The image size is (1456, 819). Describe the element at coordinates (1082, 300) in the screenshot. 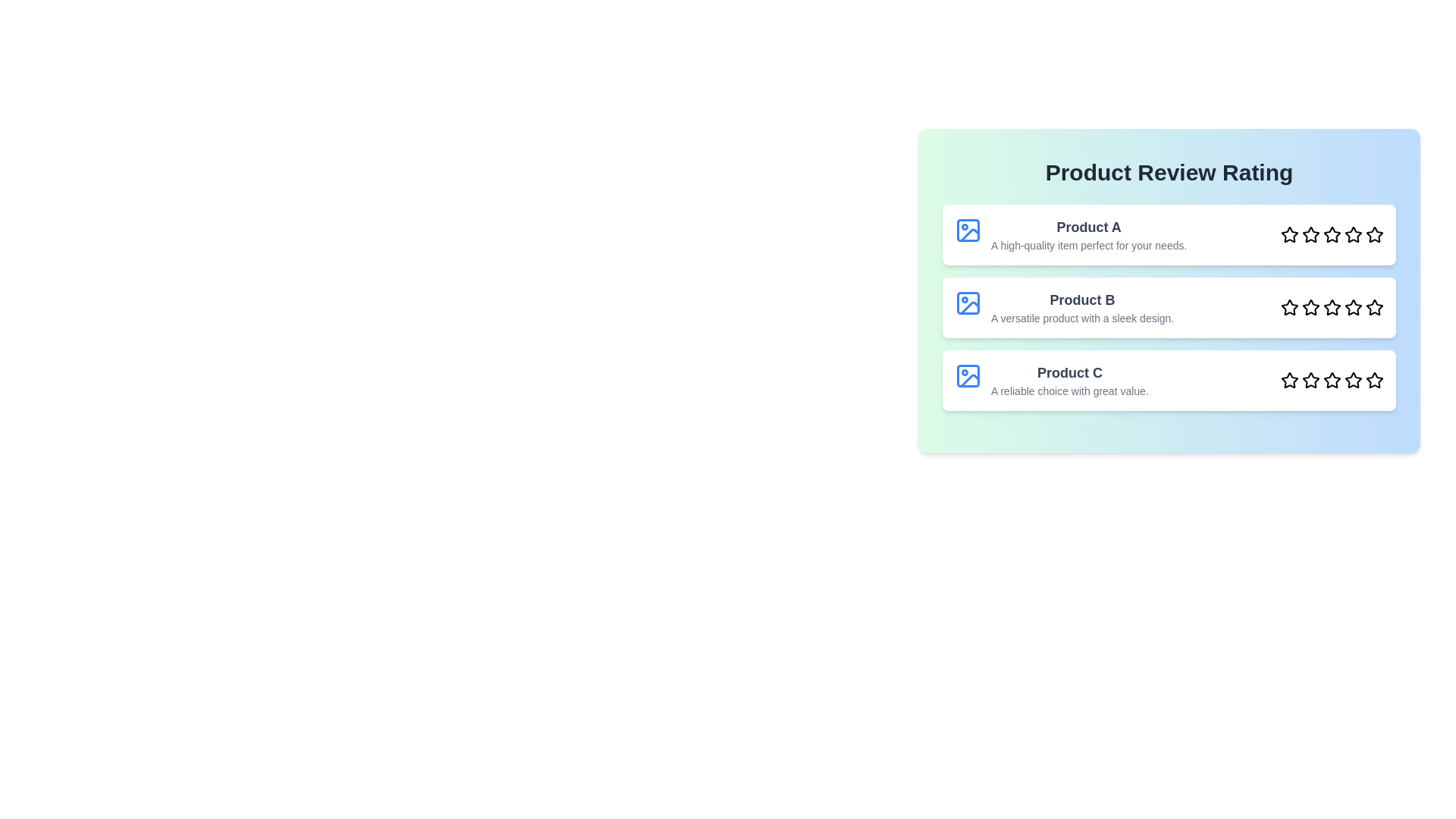

I see `the product name Product B` at that location.